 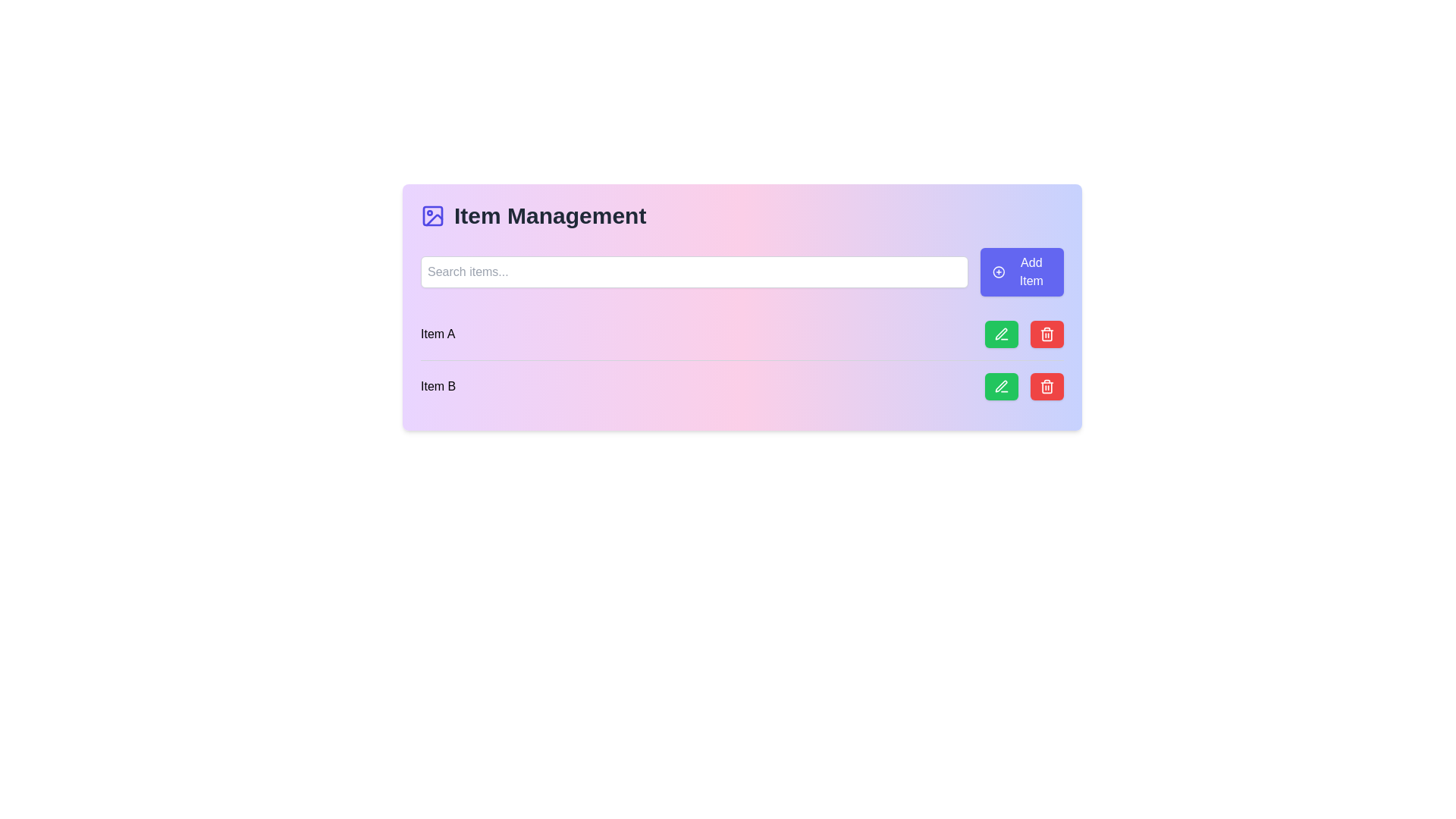 What do you see at coordinates (999, 271) in the screenshot?
I see `the circular icon representing the 'Add Item' button located at the top-right corner of the interface` at bounding box center [999, 271].